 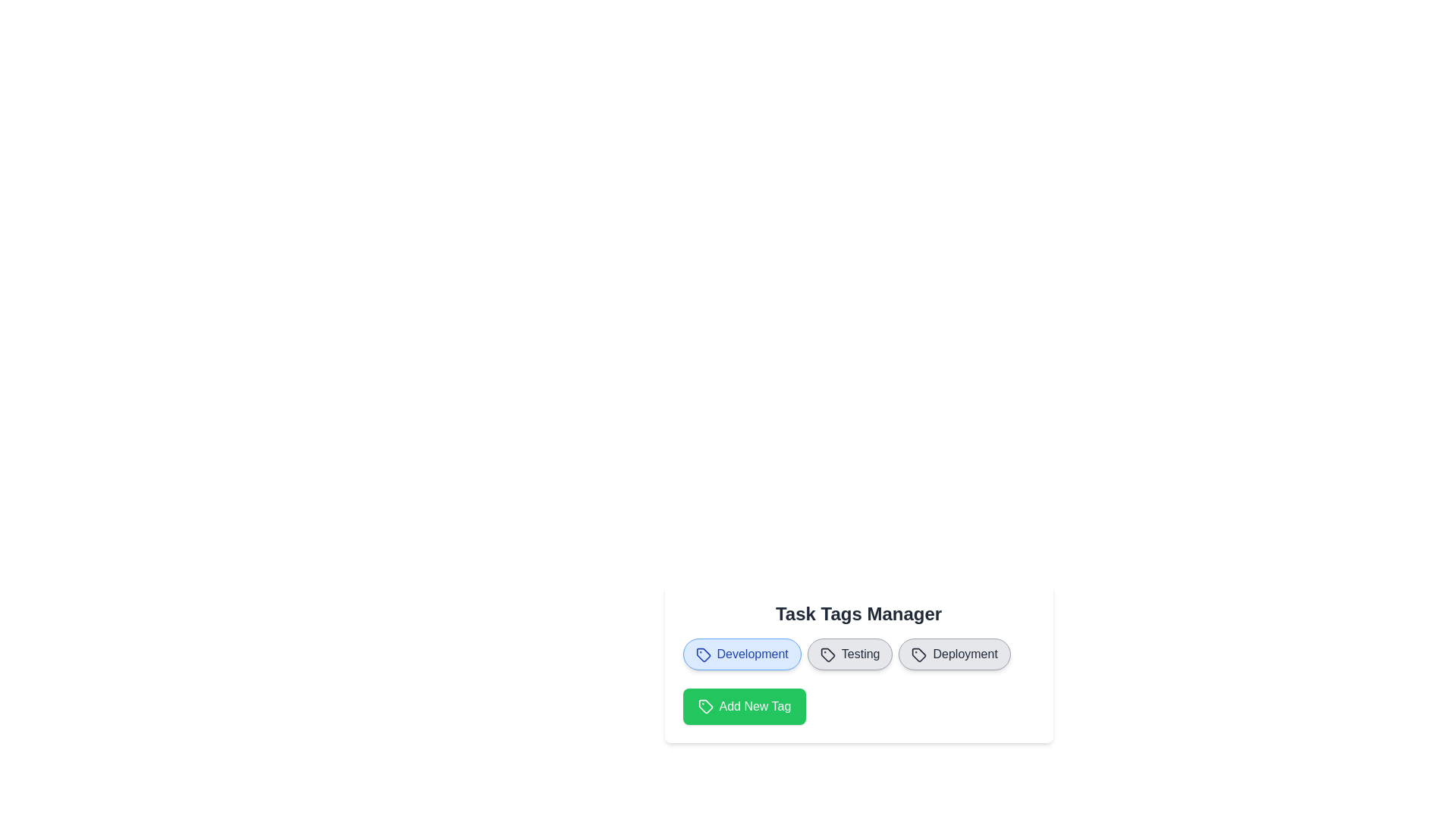 What do you see at coordinates (954, 654) in the screenshot?
I see `the 'Deployment' button, which is the third button in the horizontal row within the 'Task Tags Manager' group` at bounding box center [954, 654].